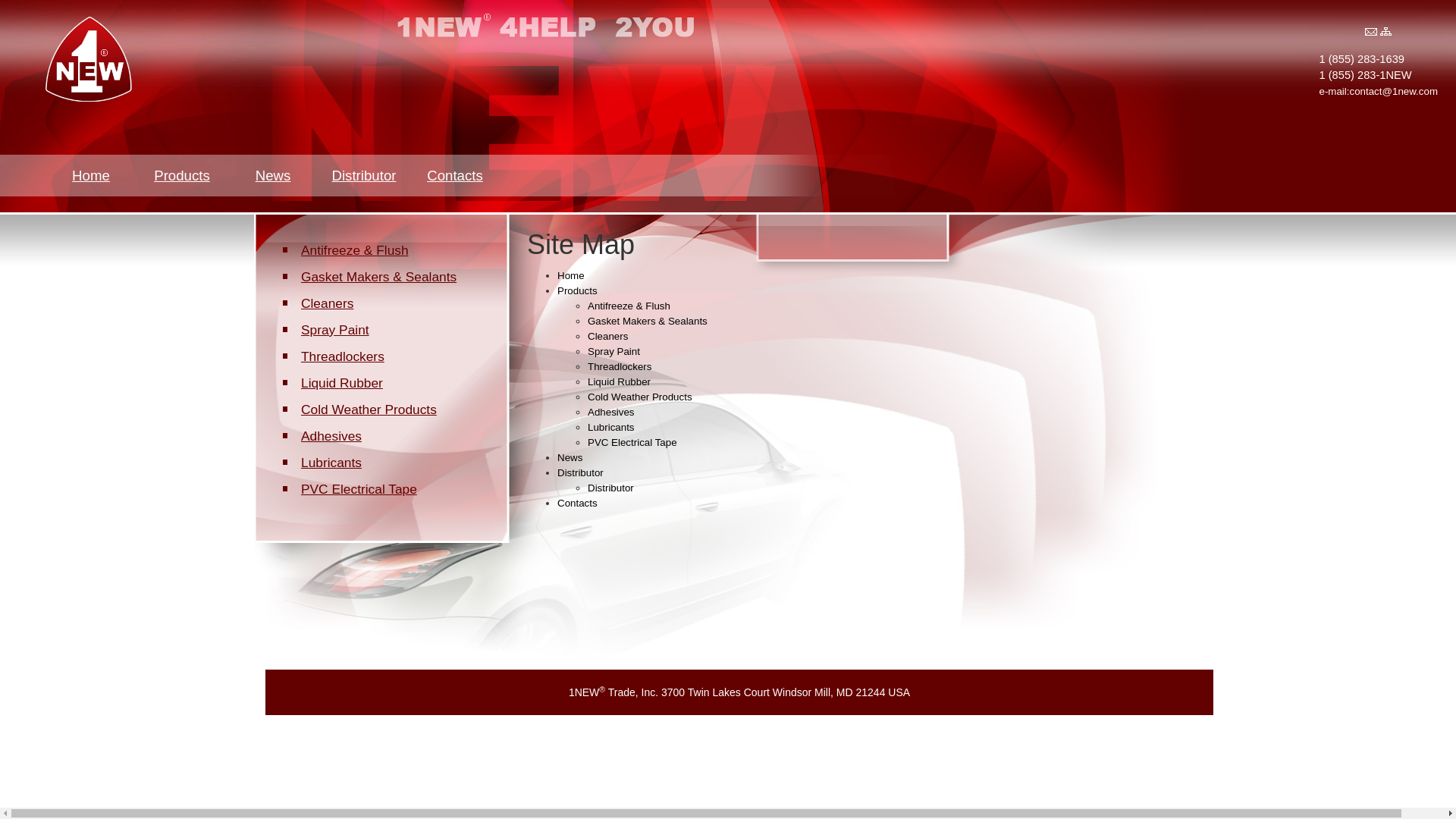 The width and height of the screenshot is (1456, 819). What do you see at coordinates (295, 277) in the screenshot?
I see `'Gasket Makers & Sealants'` at bounding box center [295, 277].